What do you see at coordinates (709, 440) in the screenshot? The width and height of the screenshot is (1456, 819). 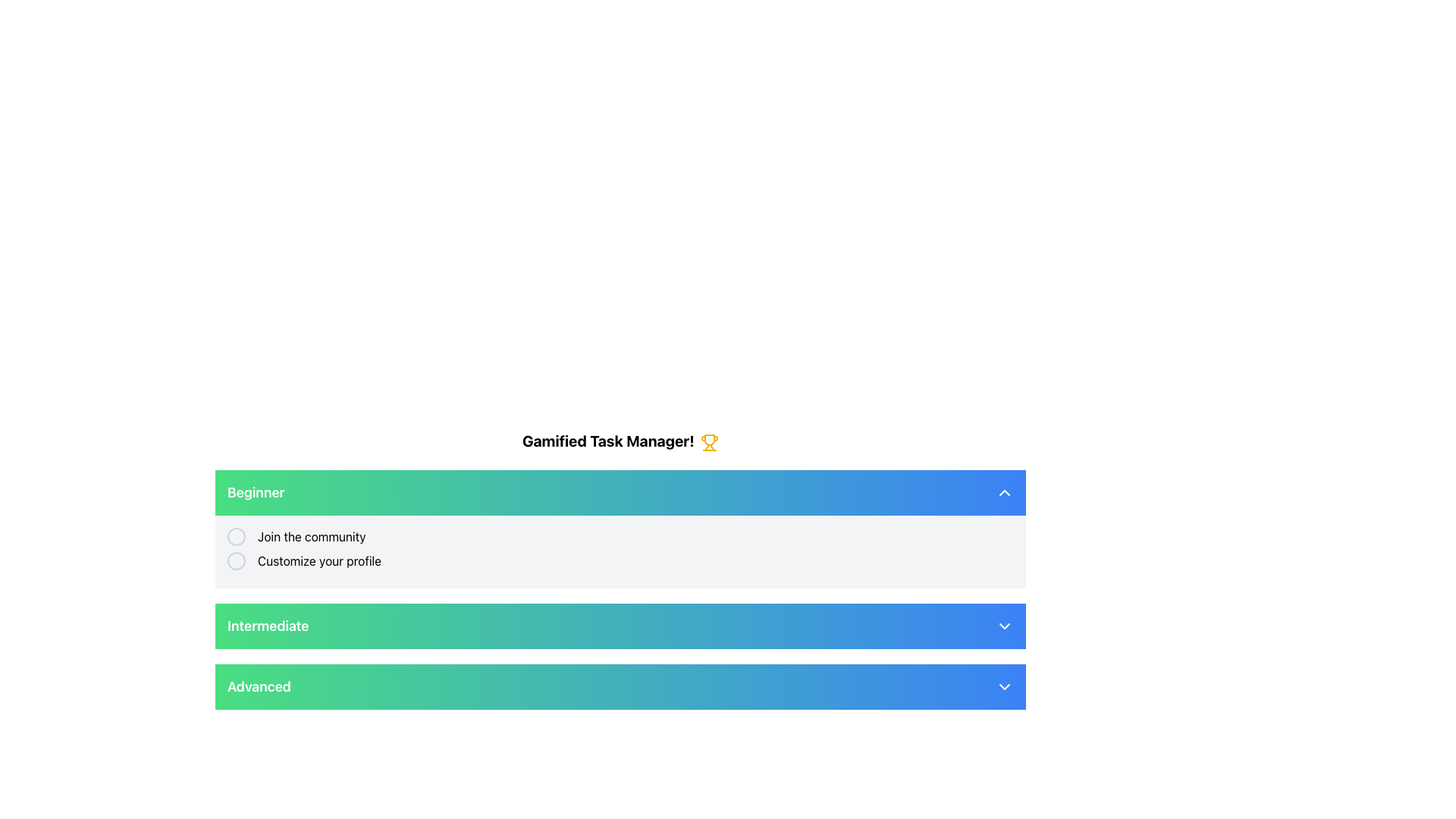 I see `the non-interactive graphic element that forms the body of the trophy icon located in the central part of the SVG, near the header section of the interface, to the right of the title 'Gamified Task Manager!'` at bounding box center [709, 440].